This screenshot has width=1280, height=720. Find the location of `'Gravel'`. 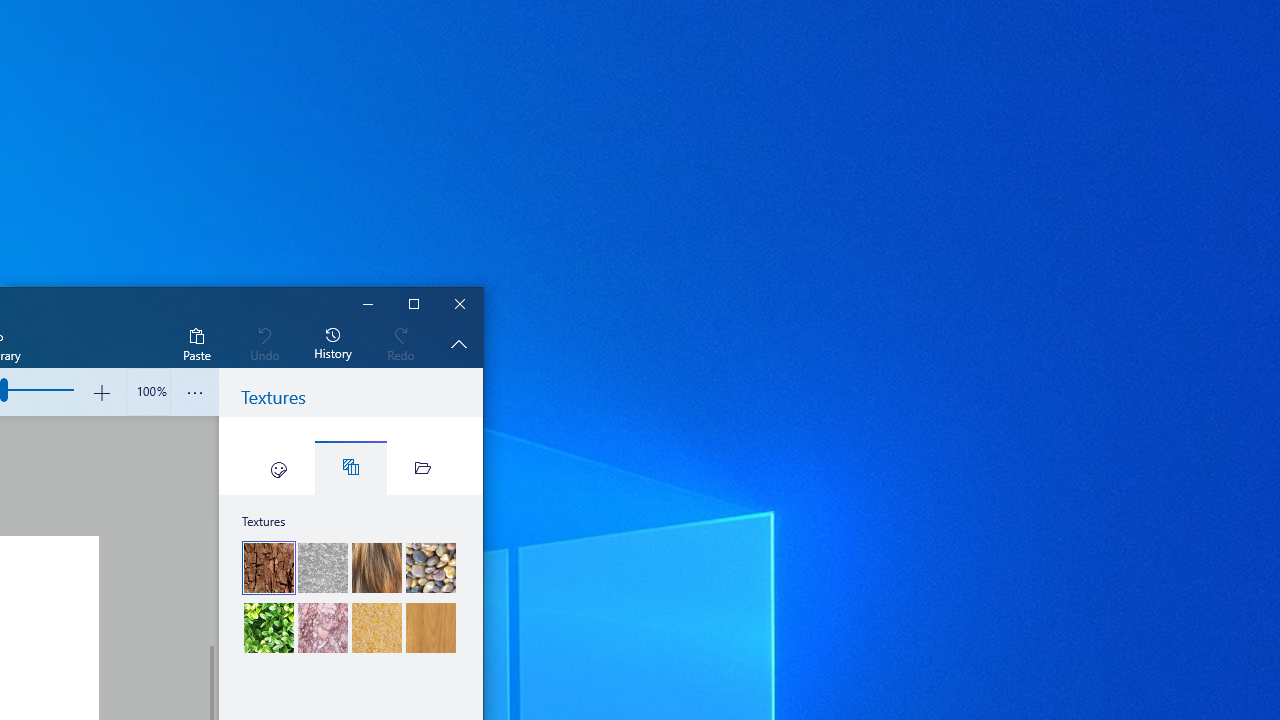

'Gravel' is located at coordinates (429, 568).